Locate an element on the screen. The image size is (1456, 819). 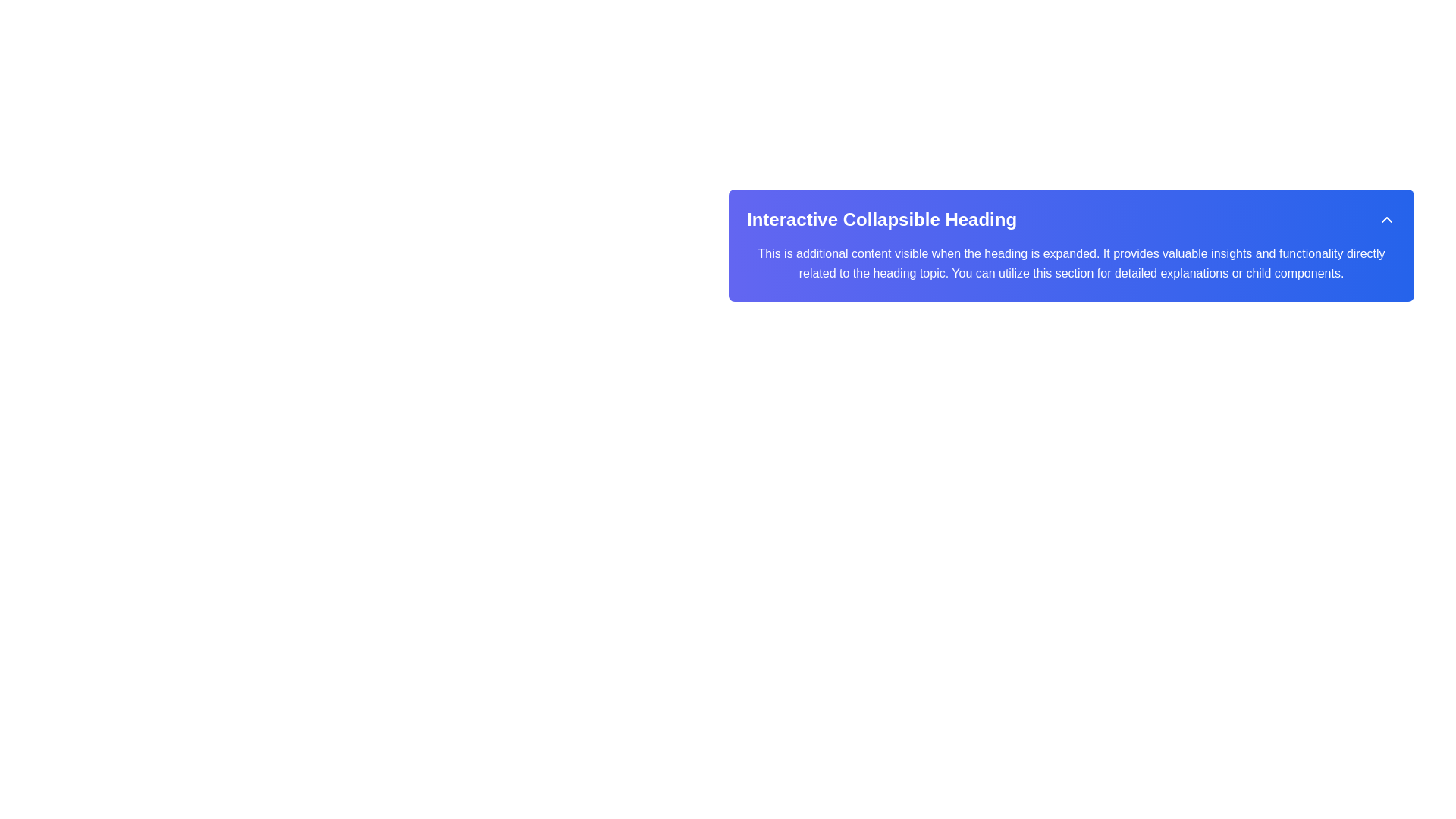
the upward-facing chevron icon located in the top-right corner of the blue header labeled 'Interactive Collapsible Heading' is located at coordinates (1386, 219).